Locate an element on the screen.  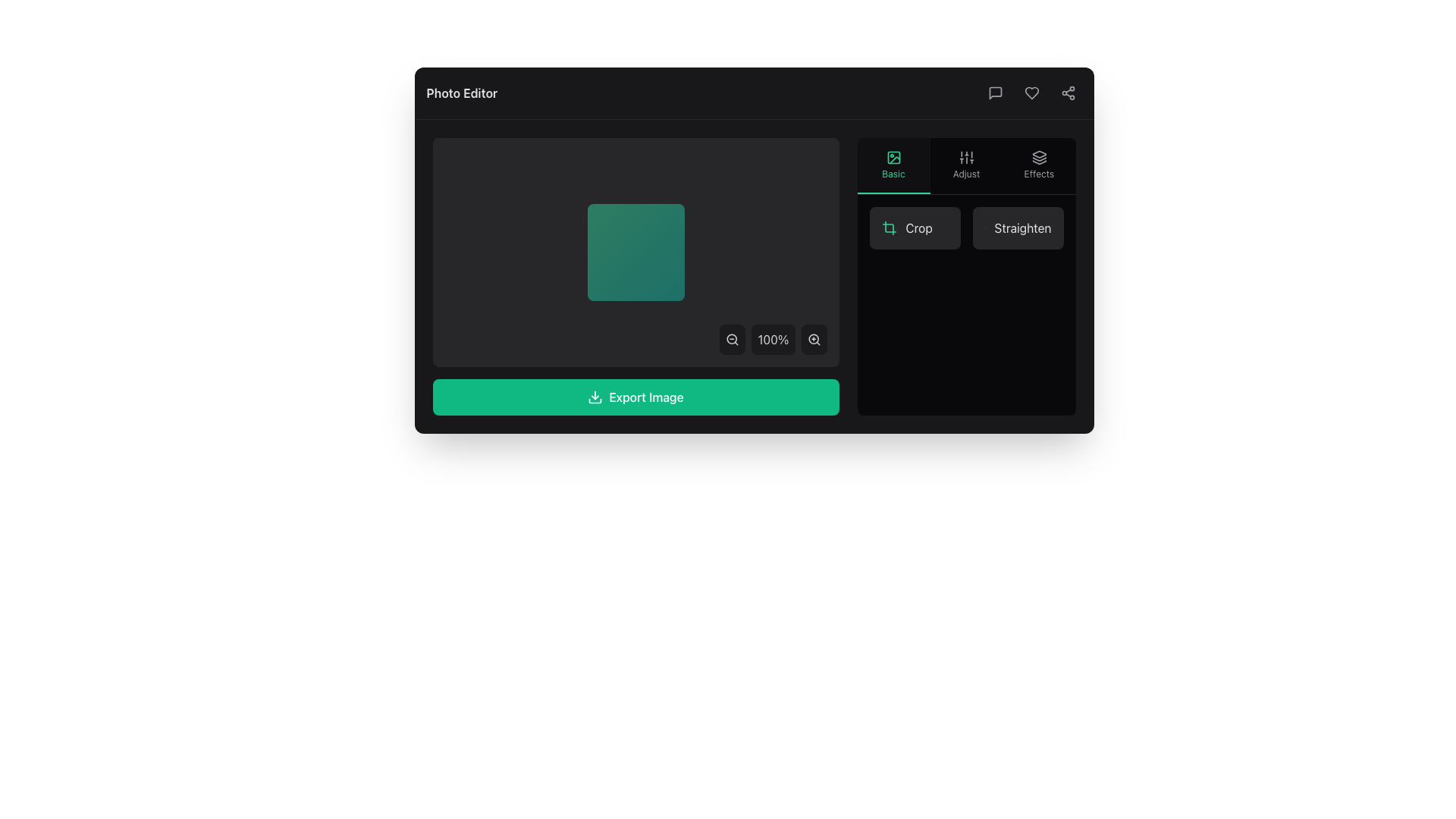
the 'Adjust' tab, which is the second tab in a row of three tabs labeled 'Basic', 'Adjust', and 'Effects', located in the top-right corner of the interface is located at coordinates (965, 166).